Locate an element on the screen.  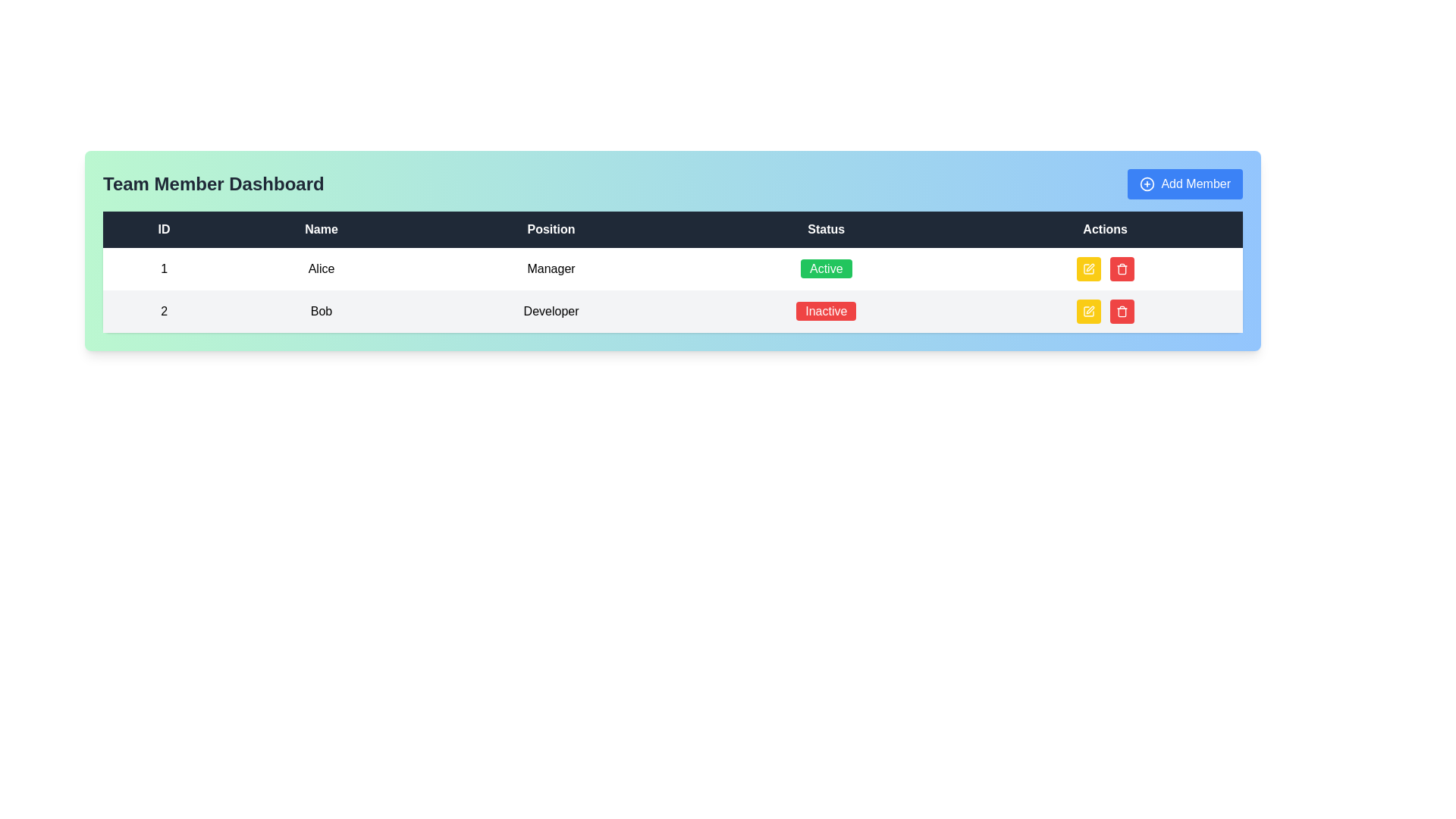
the 'Status' text label, which is the fourth header in the table layout, styled with a bold white font on a dark background, located between the 'Position' and 'Actions' headers is located at coordinates (825, 230).